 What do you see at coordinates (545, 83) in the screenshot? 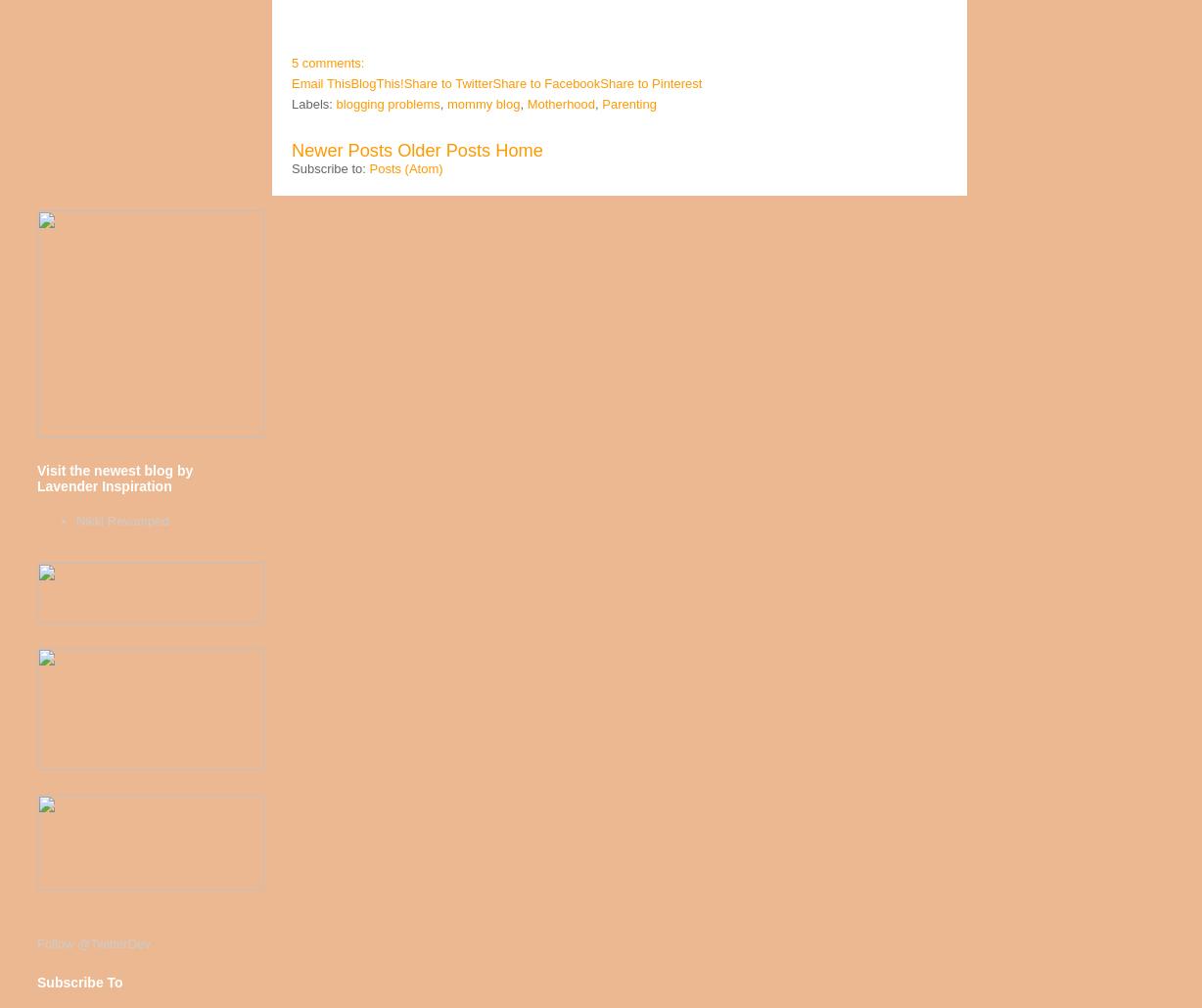
I see `'Share to Facebook'` at bounding box center [545, 83].